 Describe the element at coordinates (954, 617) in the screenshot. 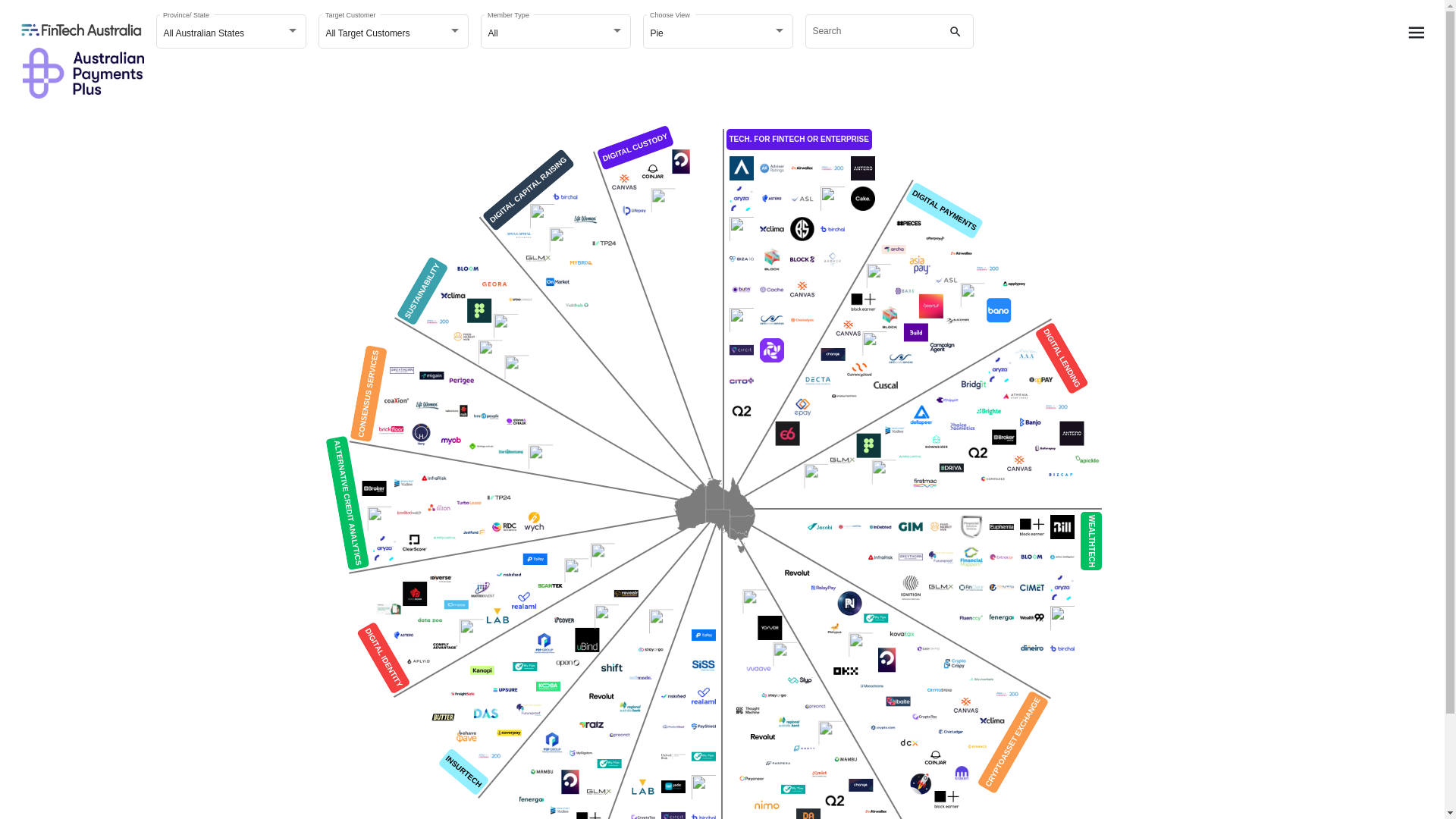

I see `'Fluenccy'` at that location.